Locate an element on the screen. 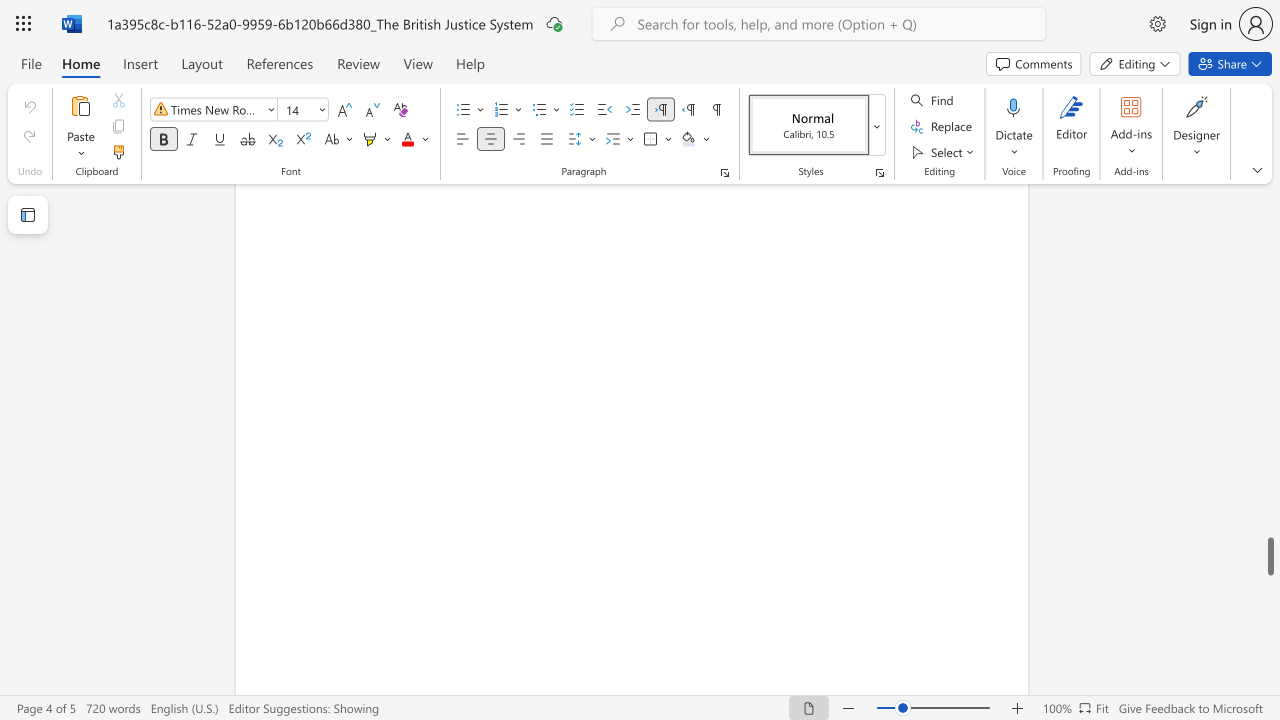  the scrollbar to adjust the page upward is located at coordinates (1269, 220).